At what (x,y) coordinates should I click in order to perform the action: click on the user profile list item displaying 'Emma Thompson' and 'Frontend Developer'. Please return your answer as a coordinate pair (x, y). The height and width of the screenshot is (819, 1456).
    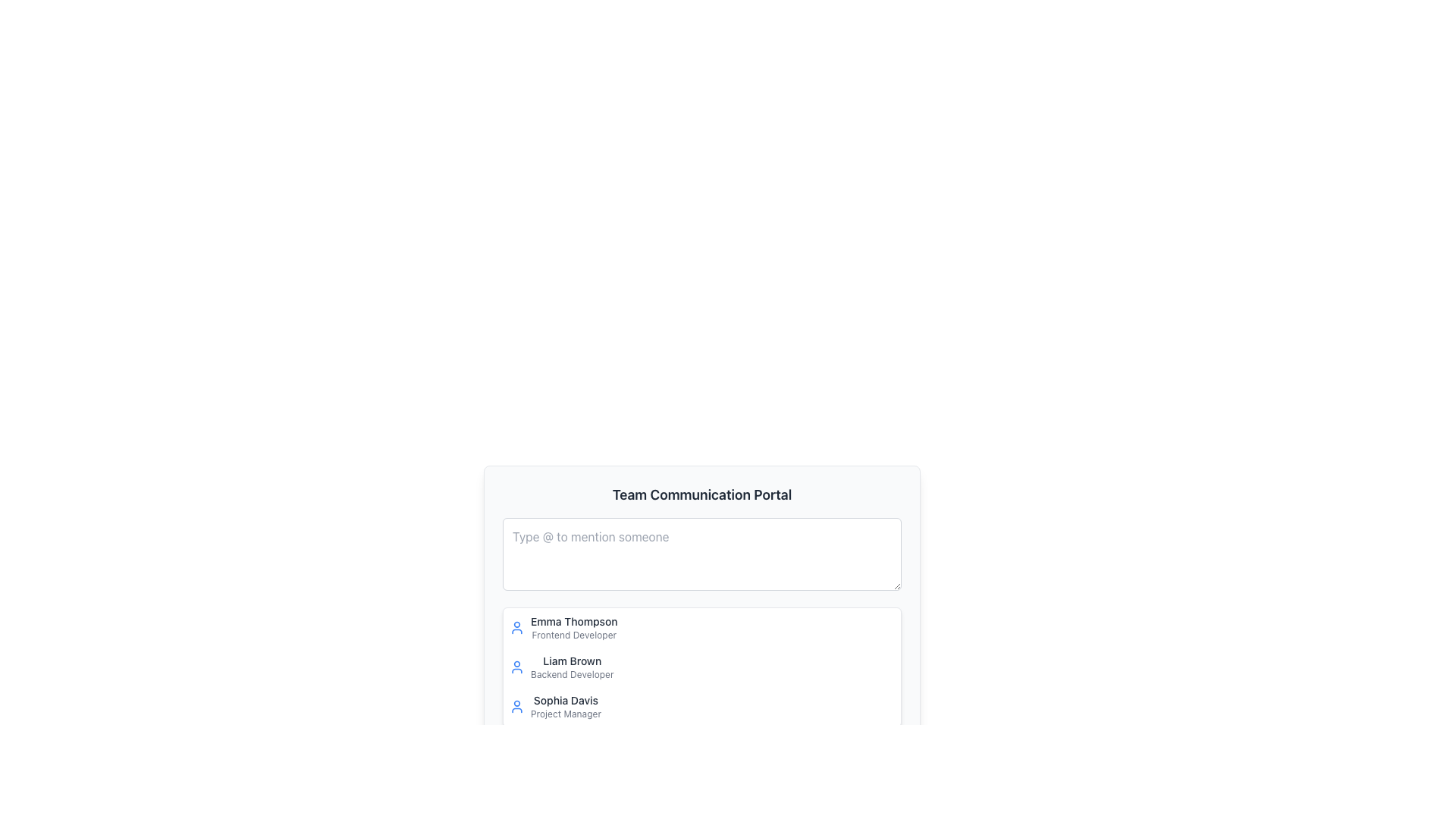
    Looking at the image, I should click on (573, 628).